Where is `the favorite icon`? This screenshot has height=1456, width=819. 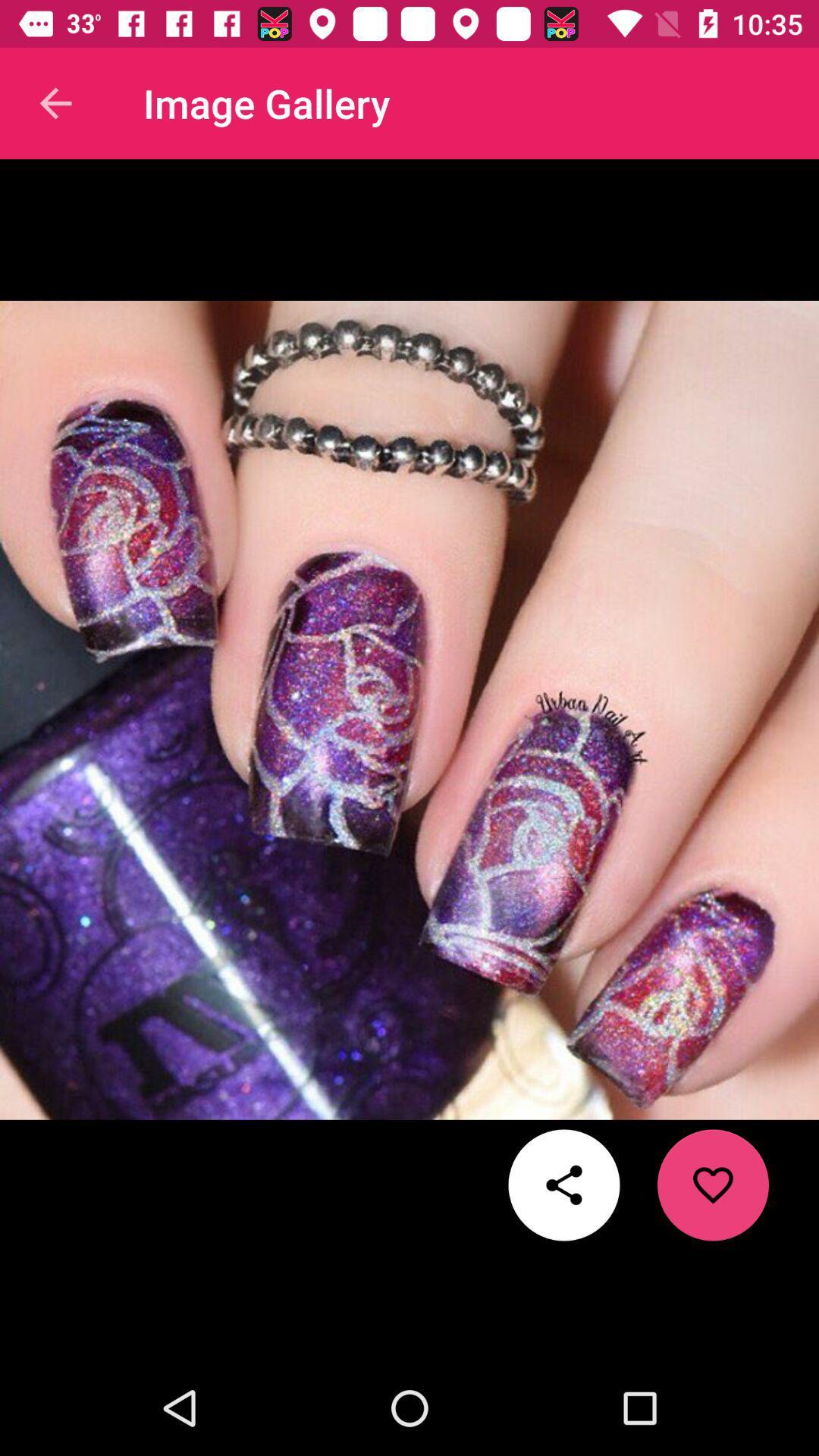 the favorite icon is located at coordinates (713, 1185).